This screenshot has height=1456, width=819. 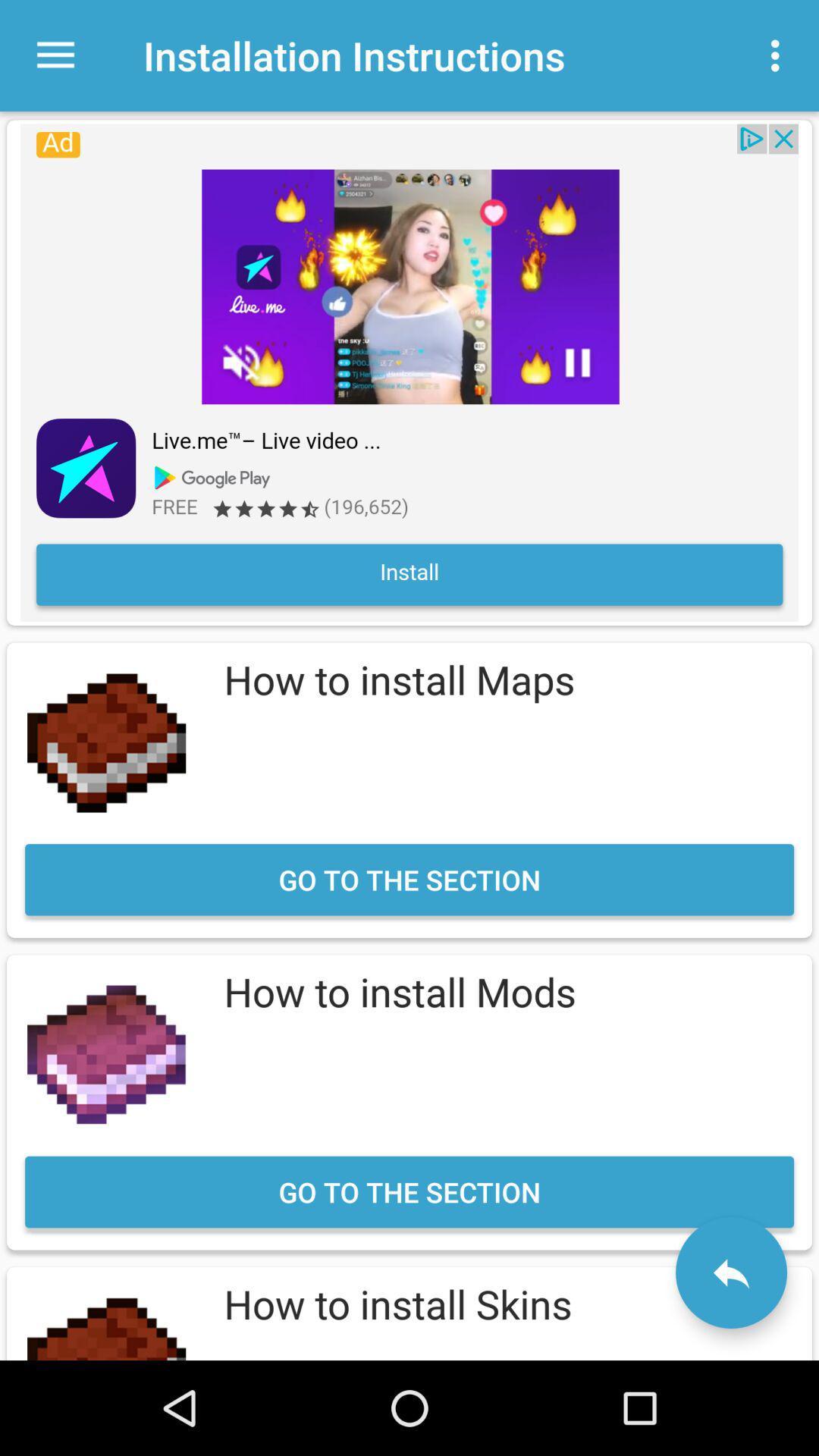 What do you see at coordinates (409, 372) in the screenshot?
I see `advertisement` at bounding box center [409, 372].